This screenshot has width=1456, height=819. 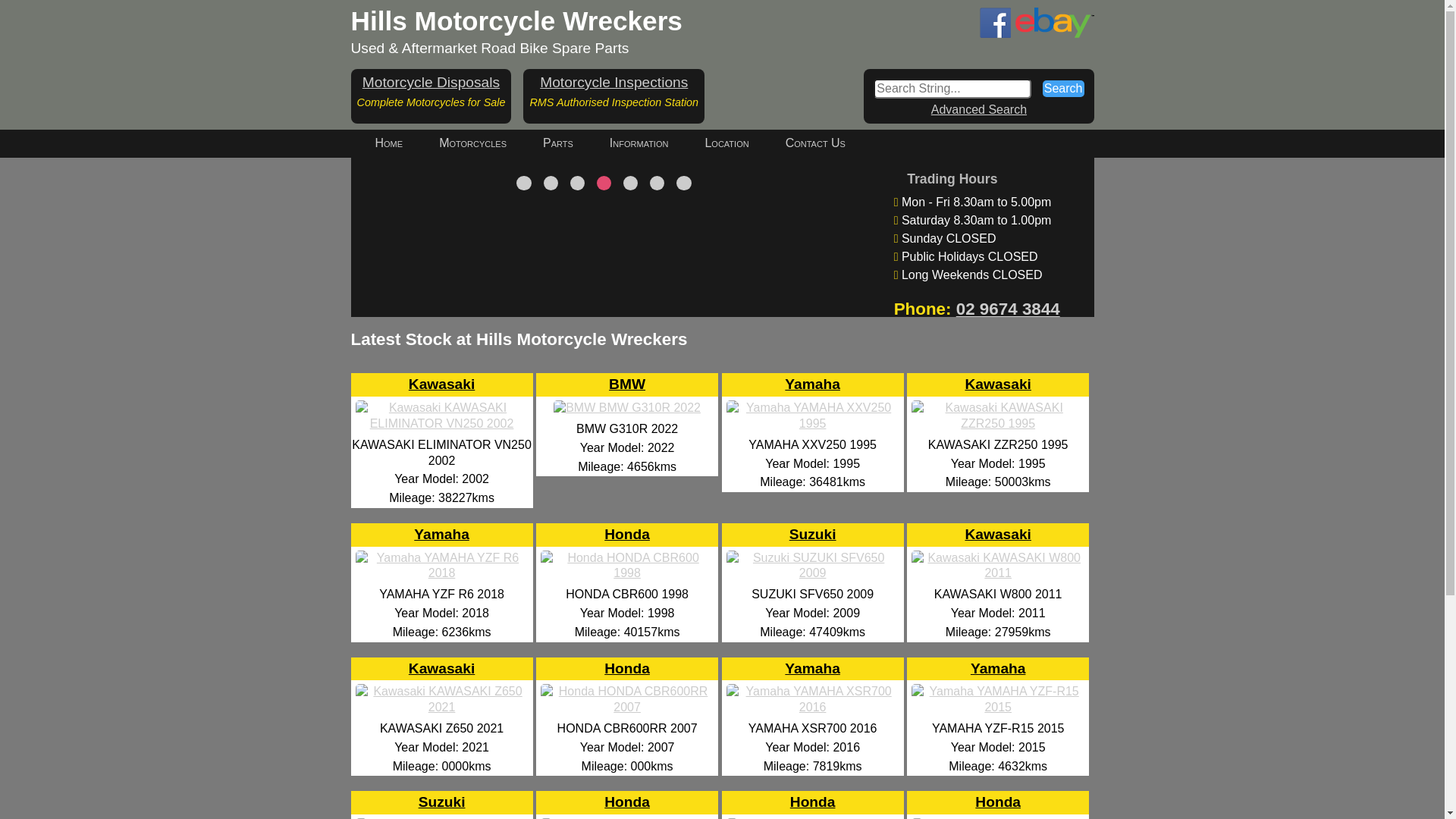 What do you see at coordinates (441, 423) in the screenshot?
I see `'Kawasaki KAWASAKI  ELIMINATOR  VN250  2002'` at bounding box center [441, 423].